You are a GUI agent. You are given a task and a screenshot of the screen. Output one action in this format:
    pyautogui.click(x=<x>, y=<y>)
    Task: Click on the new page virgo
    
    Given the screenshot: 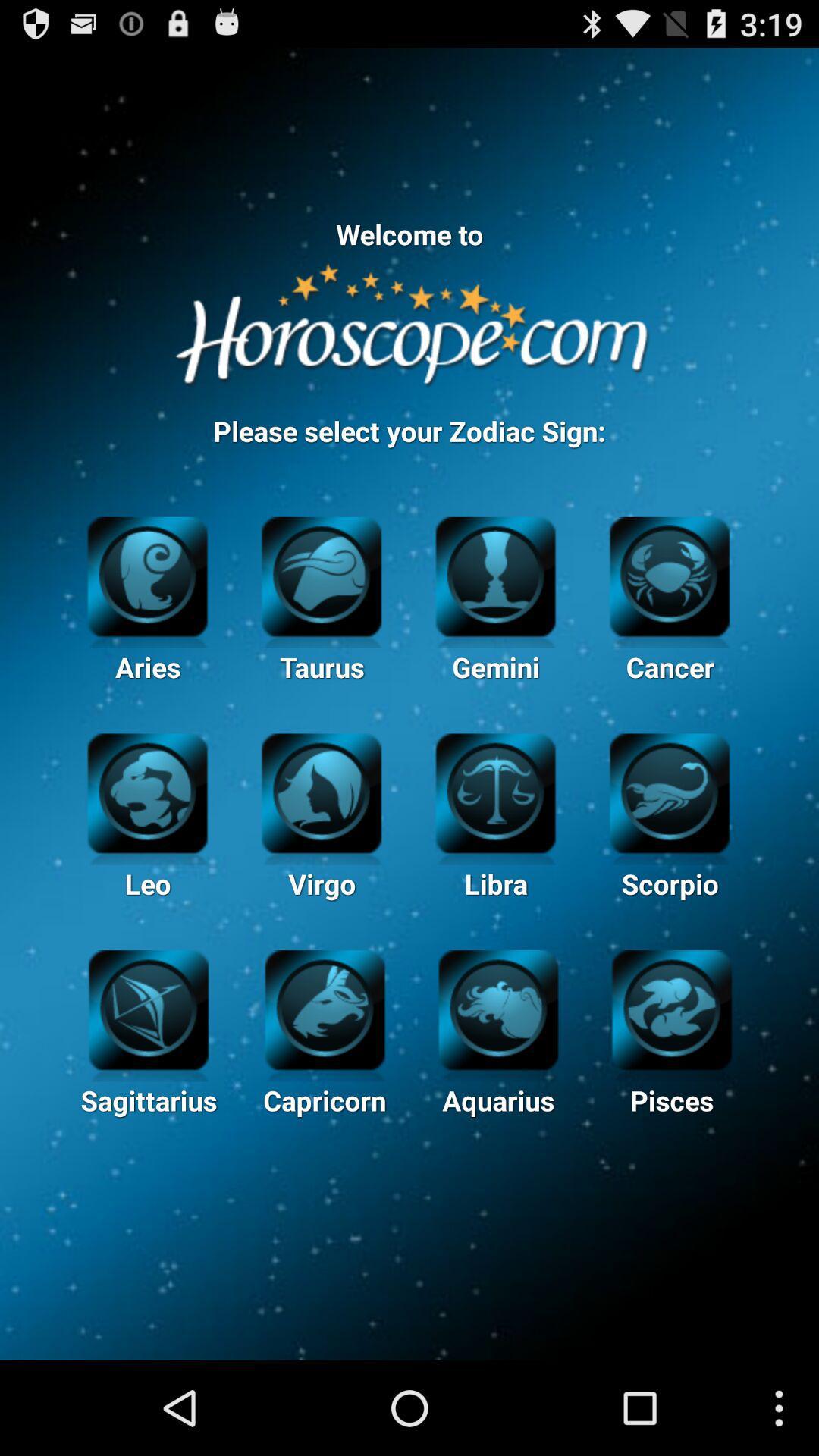 What is the action you would take?
    pyautogui.click(x=321, y=790)
    